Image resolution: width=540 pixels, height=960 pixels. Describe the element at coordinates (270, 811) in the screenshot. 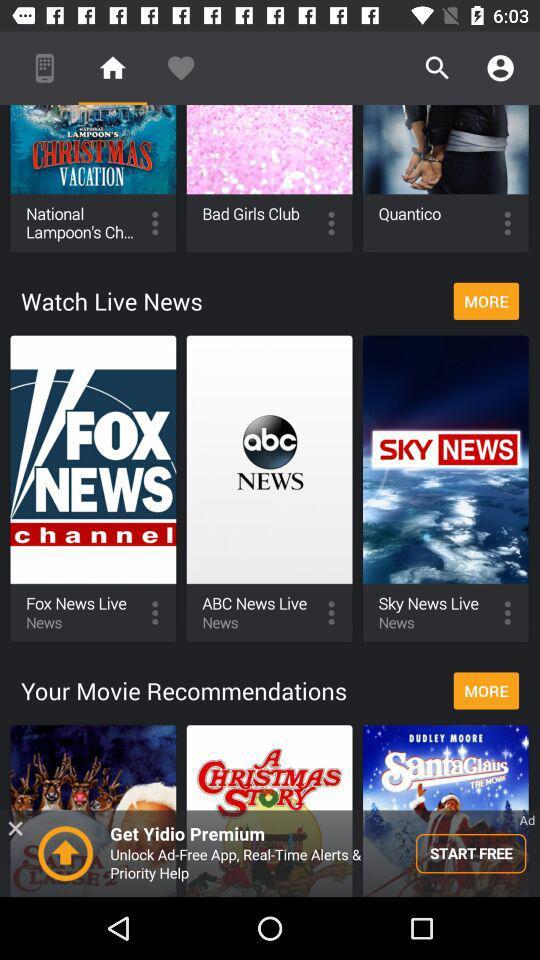

I see `the option which says a christmas story` at that location.